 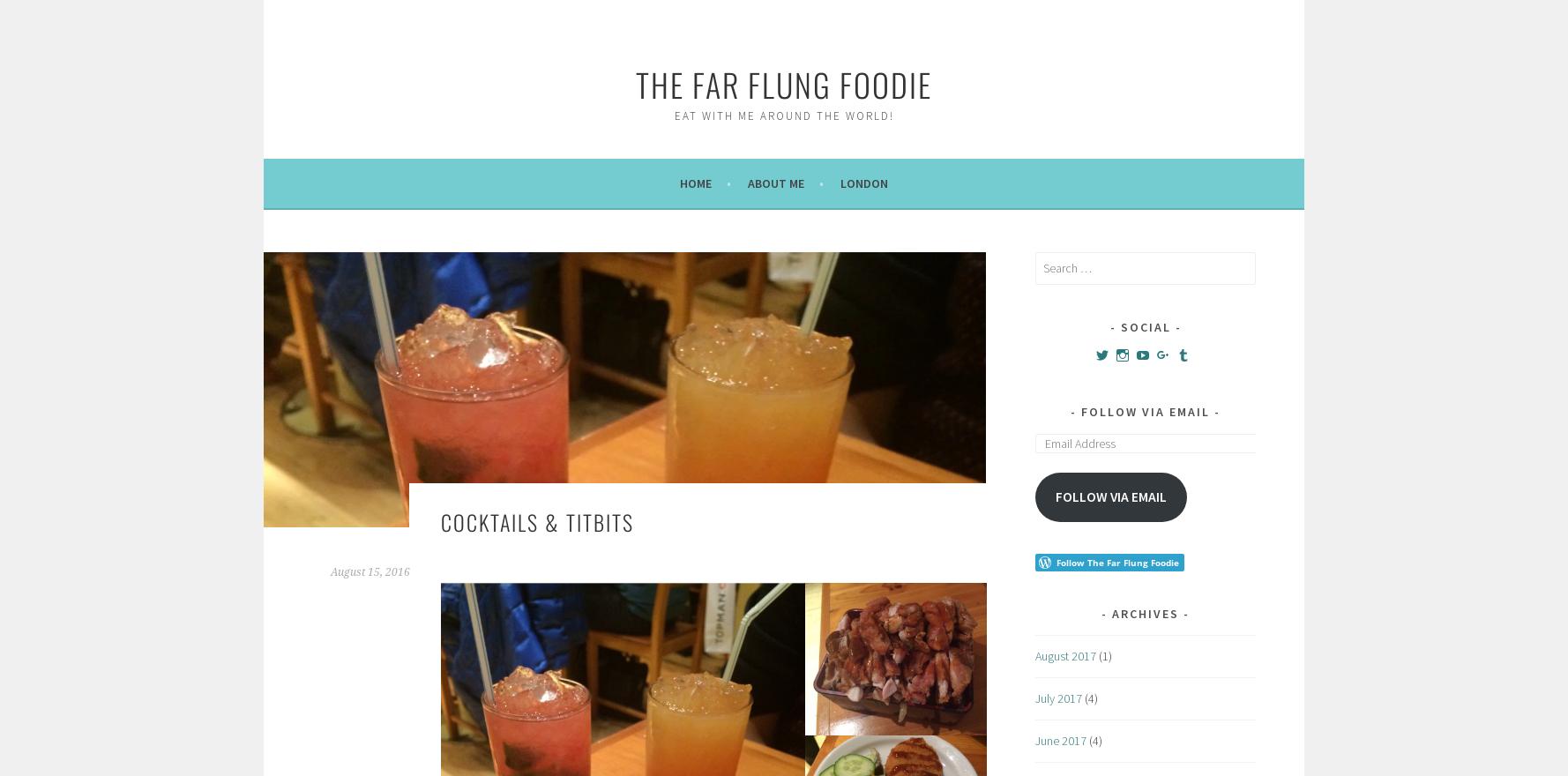 I want to click on 'July 2017', so click(x=1058, y=698).